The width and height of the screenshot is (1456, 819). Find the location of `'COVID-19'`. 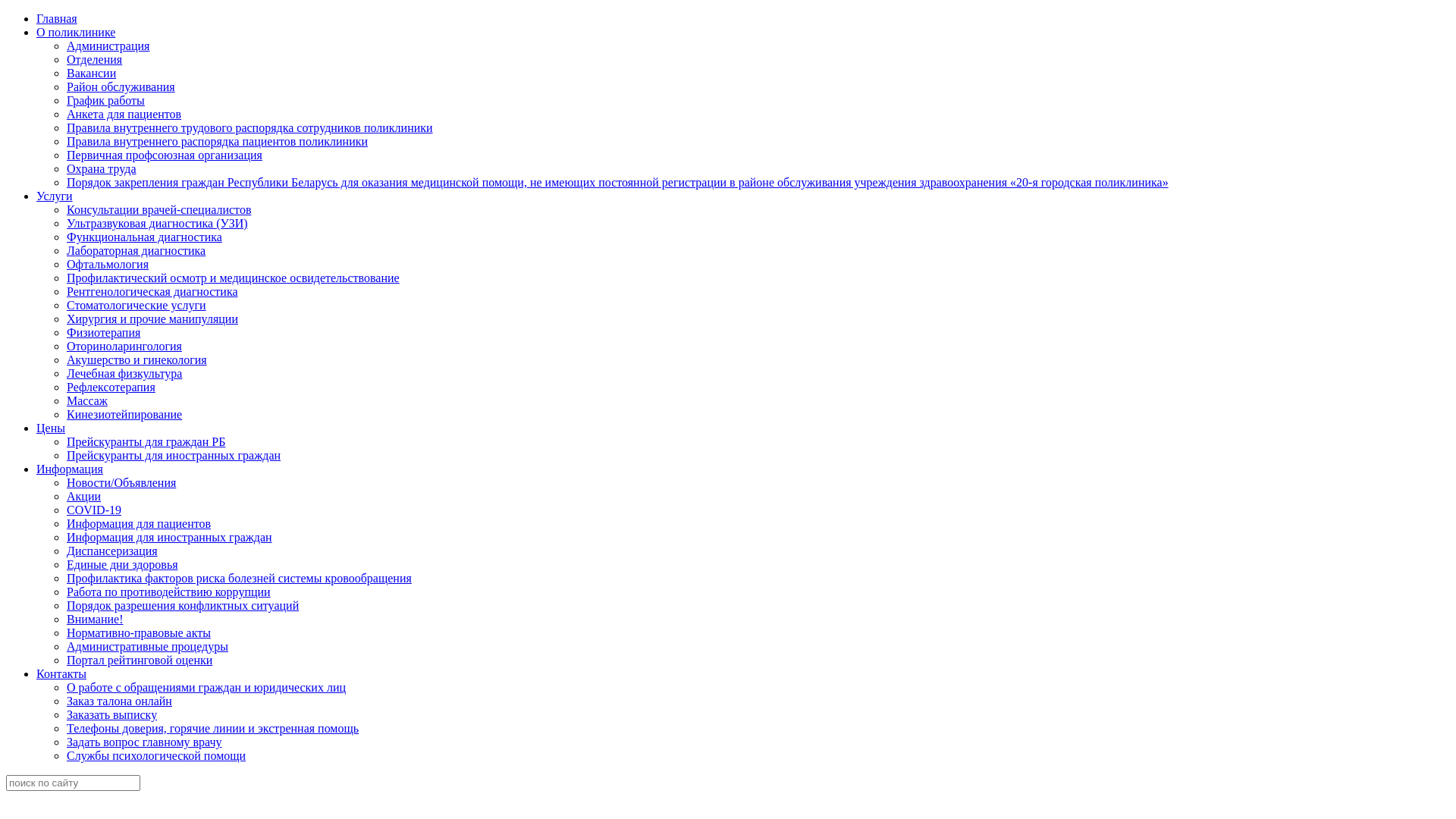

'COVID-19' is located at coordinates (93, 510).